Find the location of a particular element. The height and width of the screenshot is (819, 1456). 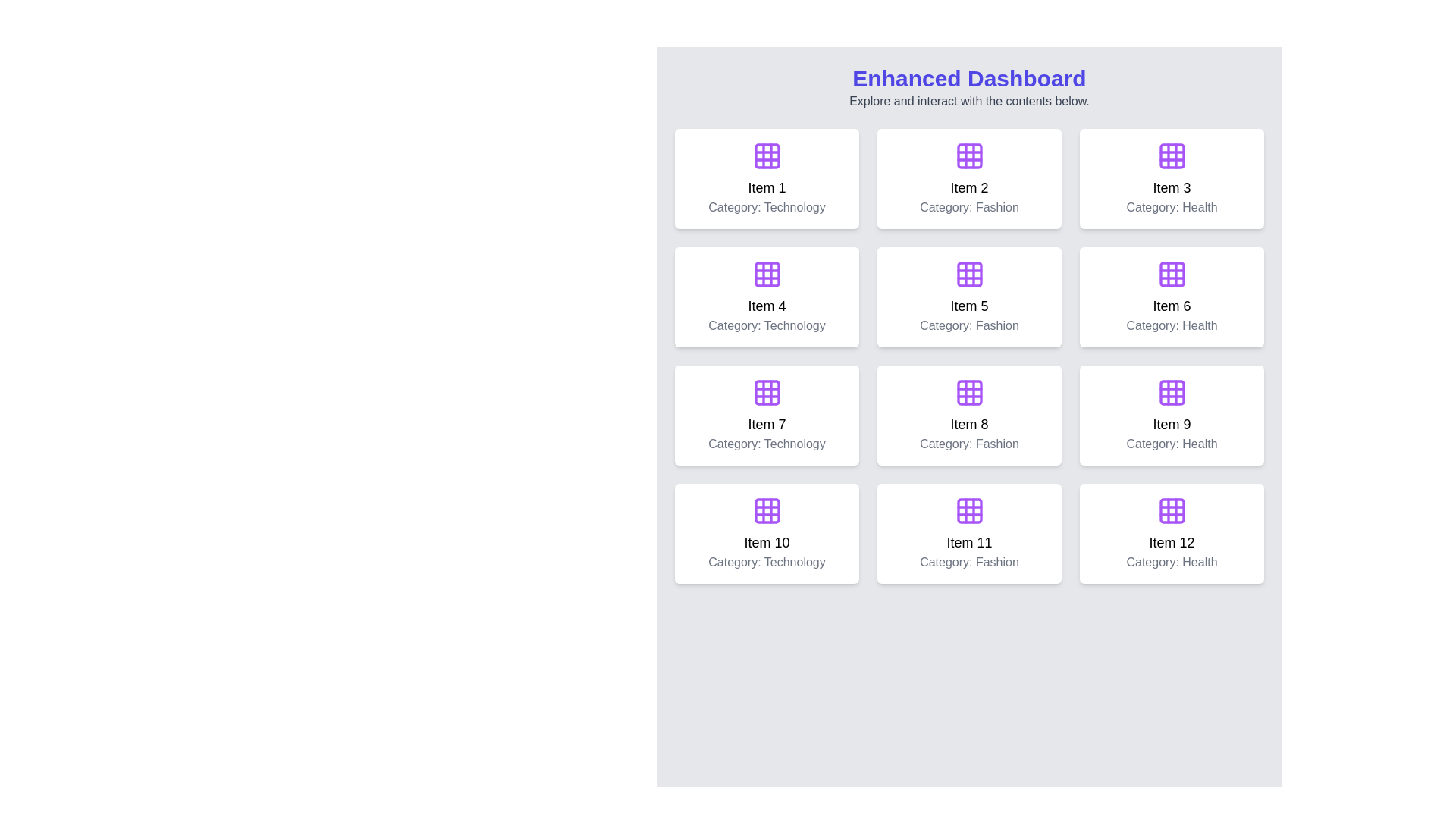

the static text label that categorizes 'Item 12' as 'Health', located in the bottom-right card of the grid layout is located at coordinates (1171, 562).